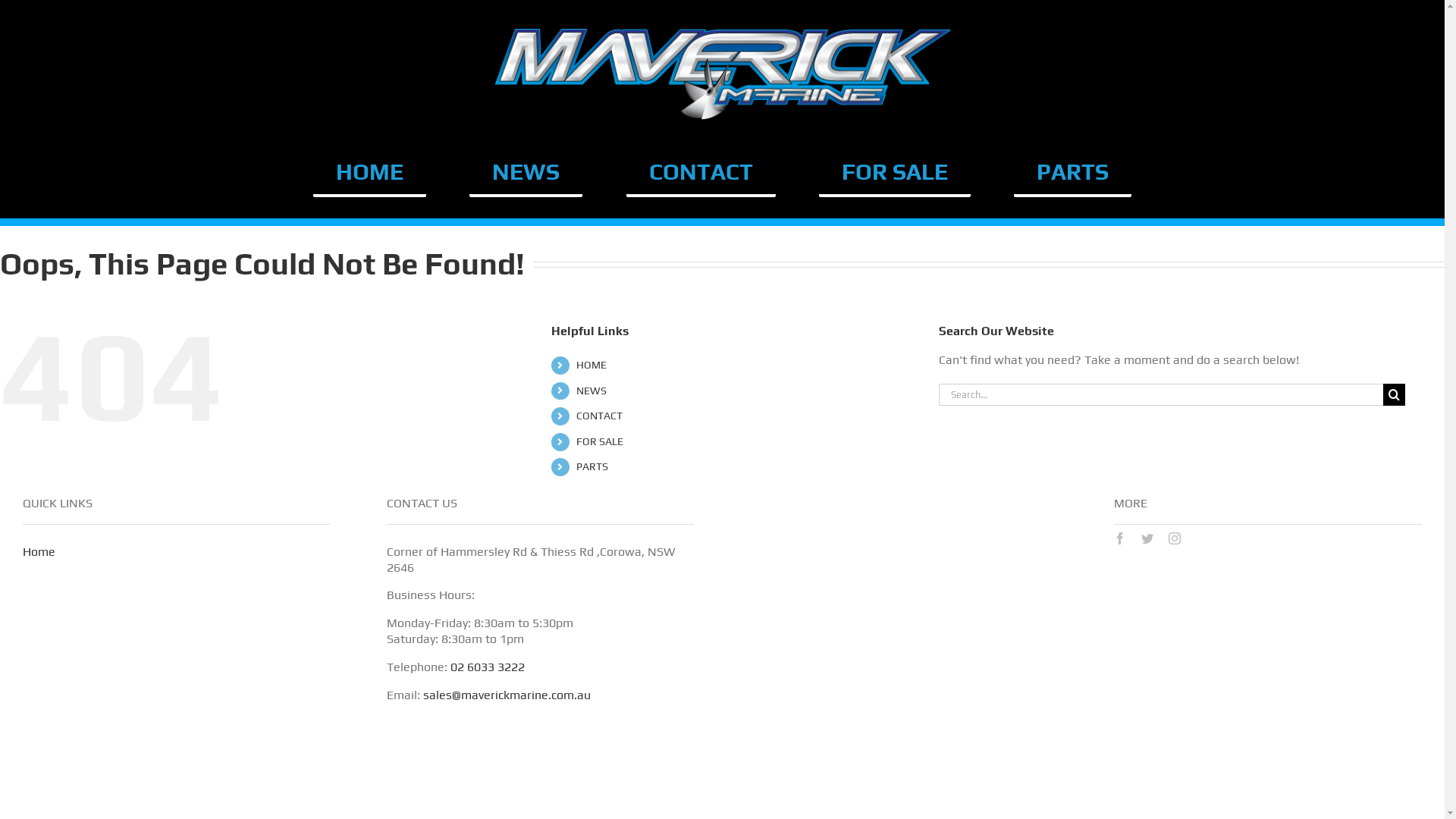 This screenshot has width=1456, height=819. Describe the element at coordinates (598, 415) in the screenshot. I see `'CONTACT'` at that location.